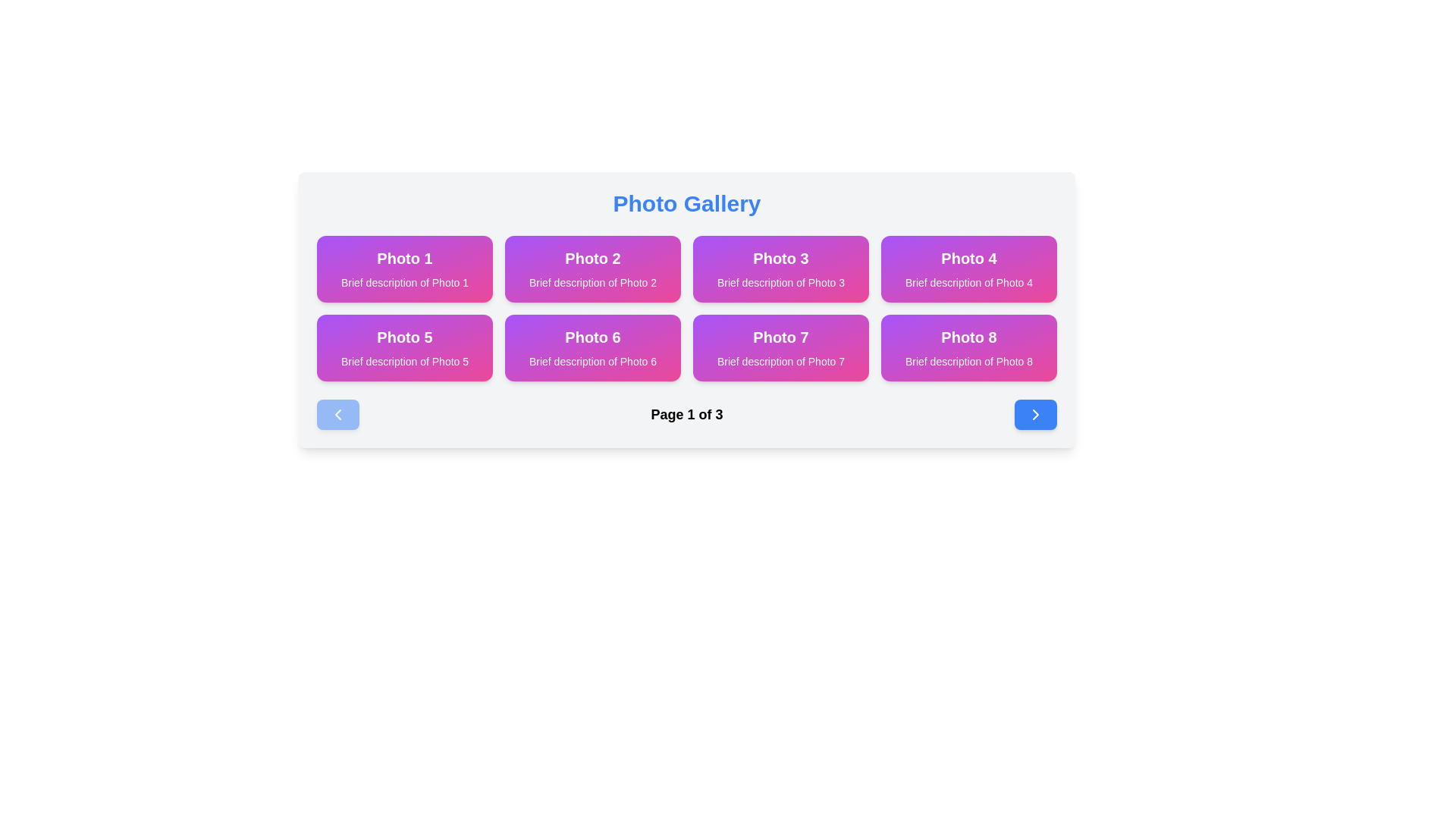 The width and height of the screenshot is (1456, 819). Describe the element at coordinates (592, 268) in the screenshot. I see `the rectangular card labeled 'Photo 2' with a gradient background transitioning from purple to pink, which contains the text 'Photo 2' in bold white font and 'Brief description of Photo 2' below it` at that location.